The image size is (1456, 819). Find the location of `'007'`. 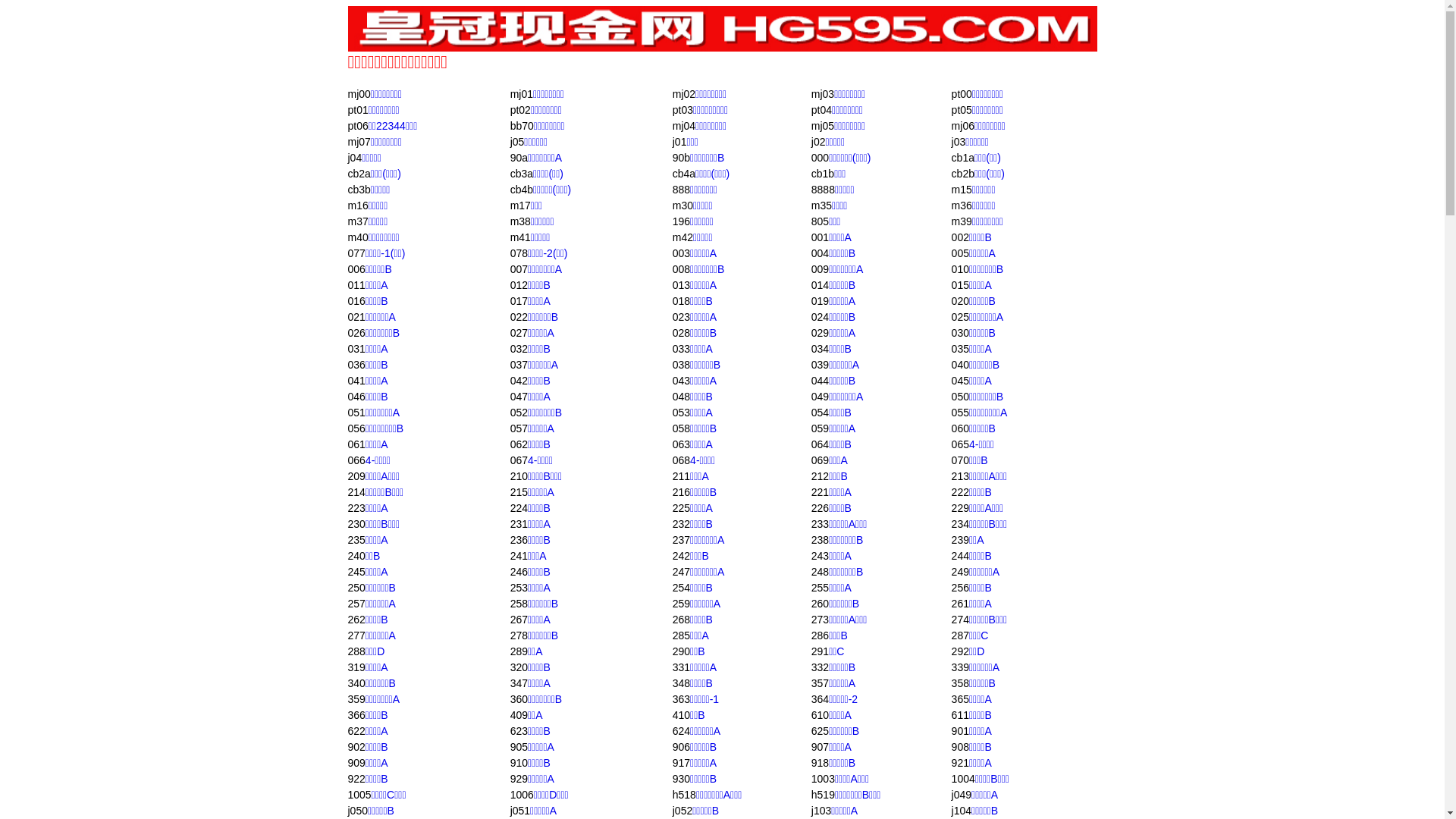

'007' is located at coordinates (519, 268).